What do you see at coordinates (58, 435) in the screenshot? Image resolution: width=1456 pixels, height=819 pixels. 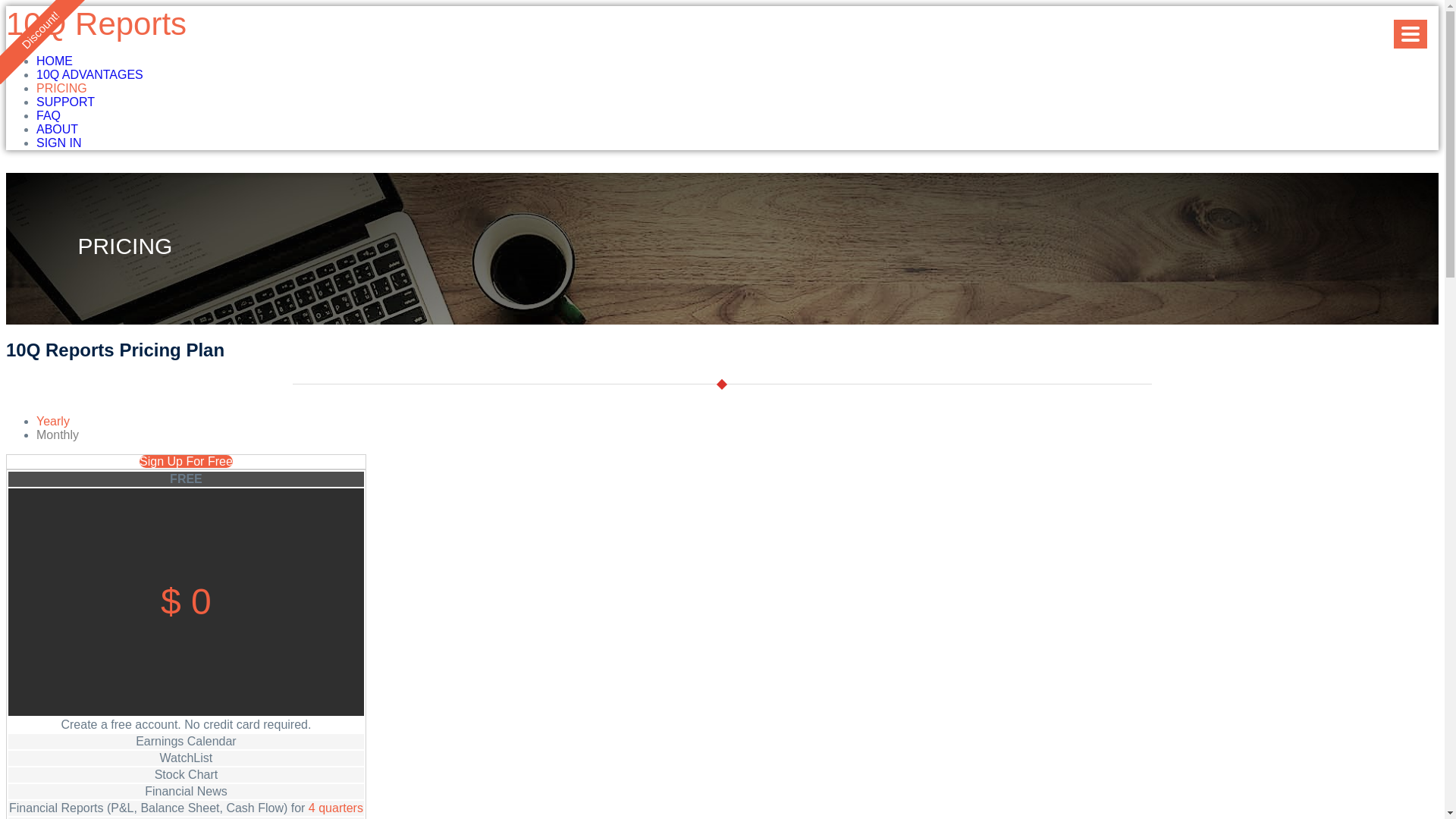 I see `'Monthly'` at bounding box center [58, 435].